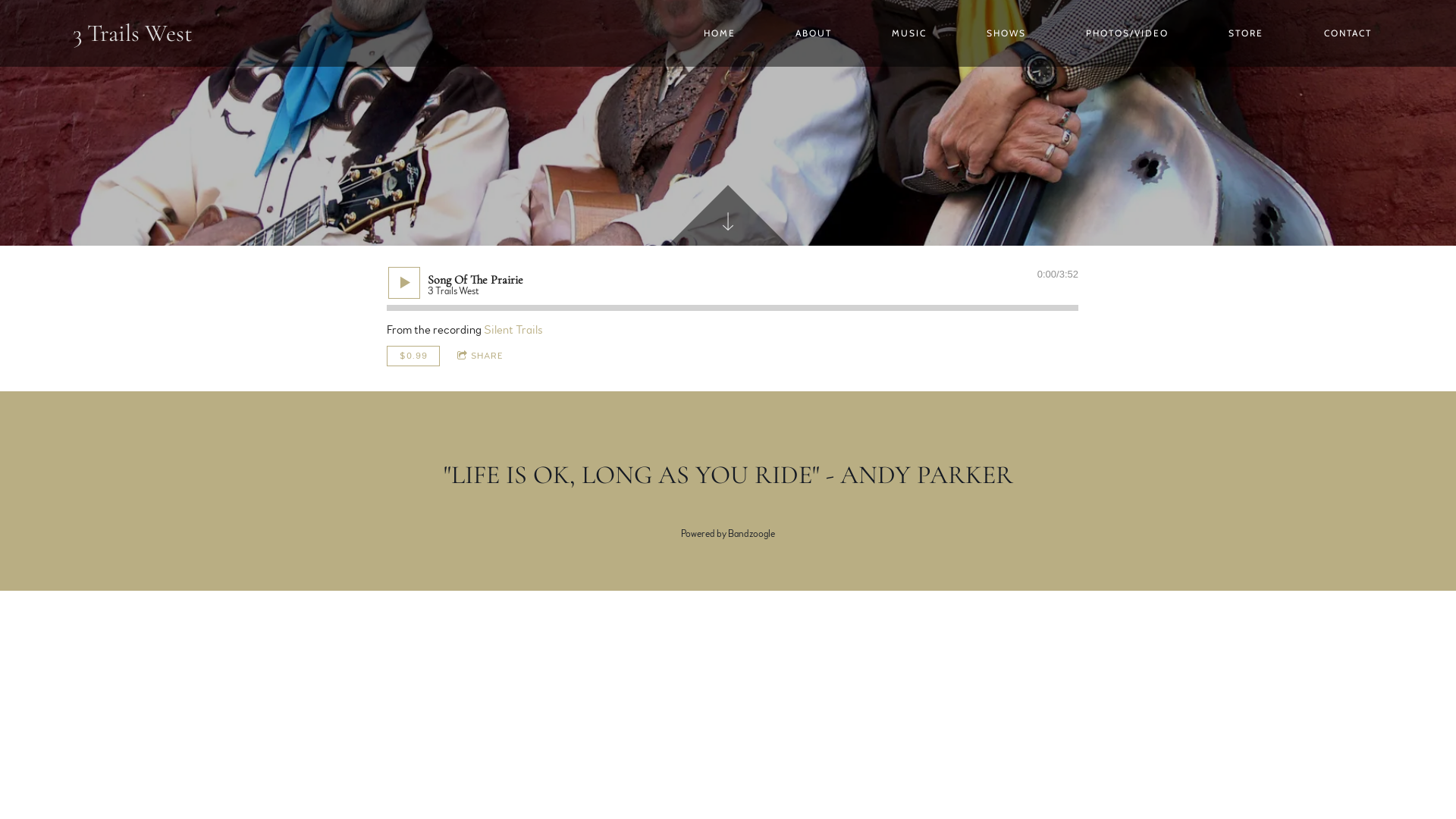  I want to click on 'HOME', so click(718, 33).